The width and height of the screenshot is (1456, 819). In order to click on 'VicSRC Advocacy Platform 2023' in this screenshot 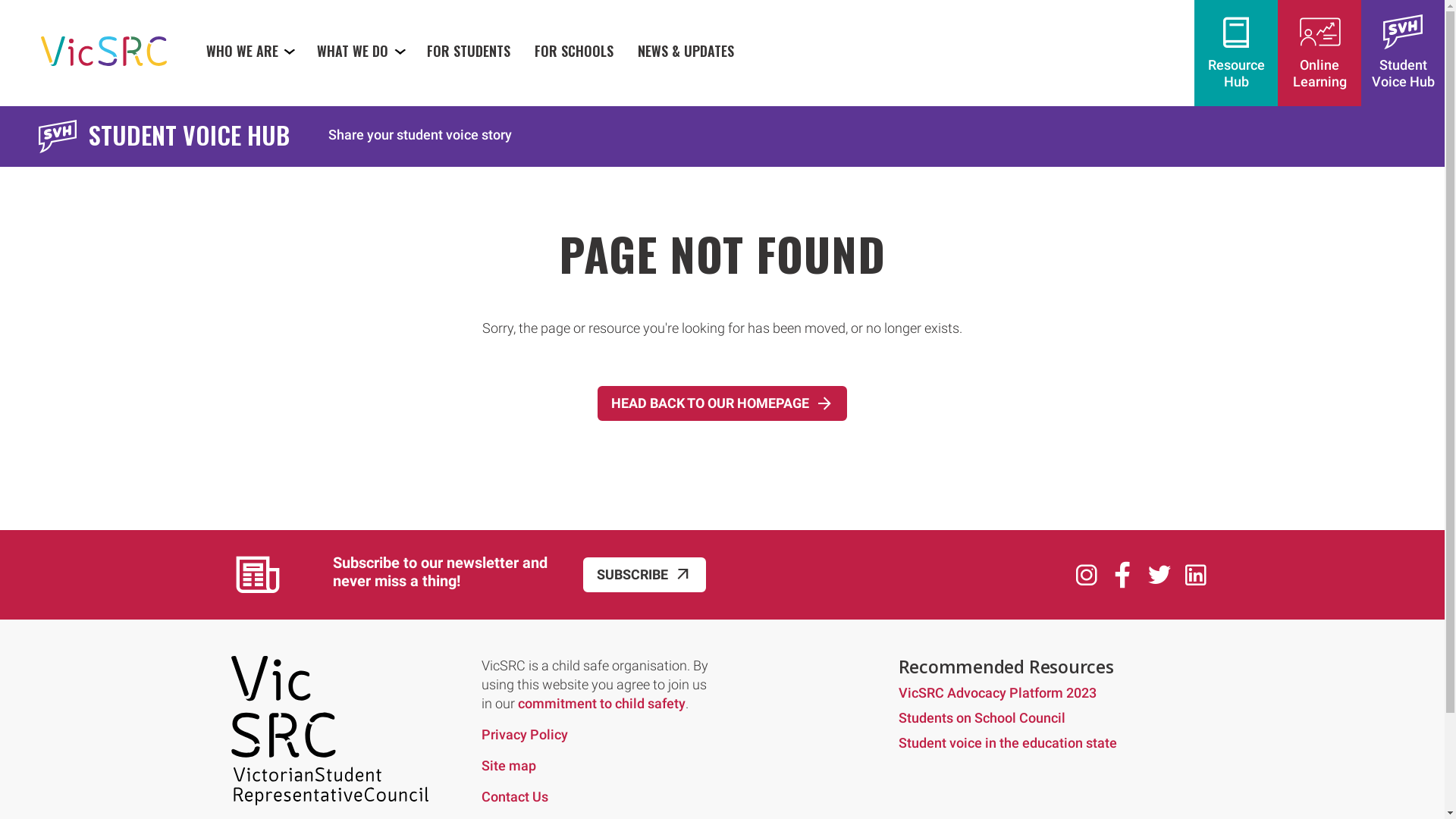, I will do `click(996, 692)`.